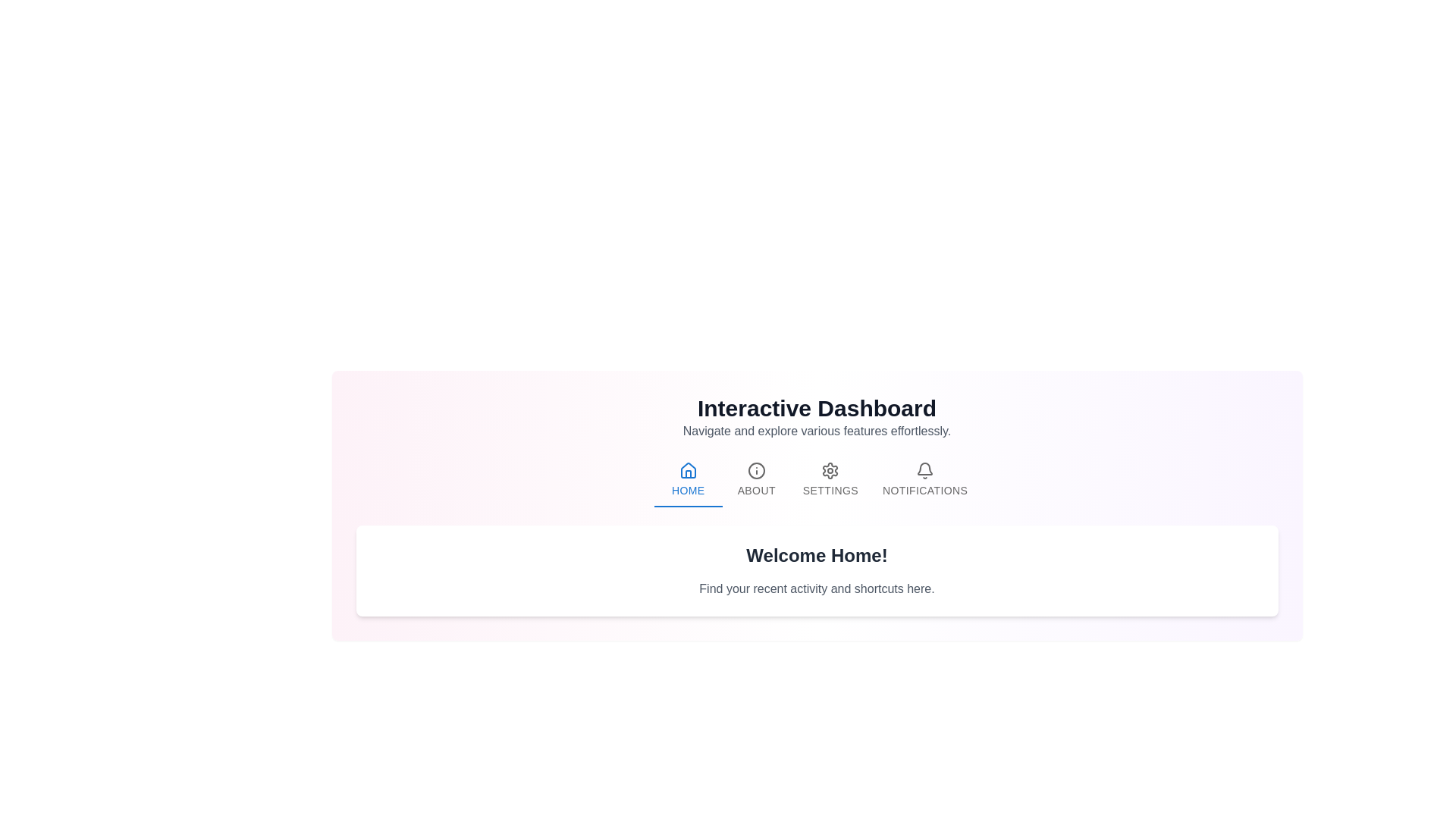 This screenshot has width=1456, height=819. What do you see at coordinates (687, 469) in the screenshot?
I see `the house-shaped icon in the 'HOME' section of the navigation bar located below the title 'Interactive Dashboard'` at bounding box center [687, 469].